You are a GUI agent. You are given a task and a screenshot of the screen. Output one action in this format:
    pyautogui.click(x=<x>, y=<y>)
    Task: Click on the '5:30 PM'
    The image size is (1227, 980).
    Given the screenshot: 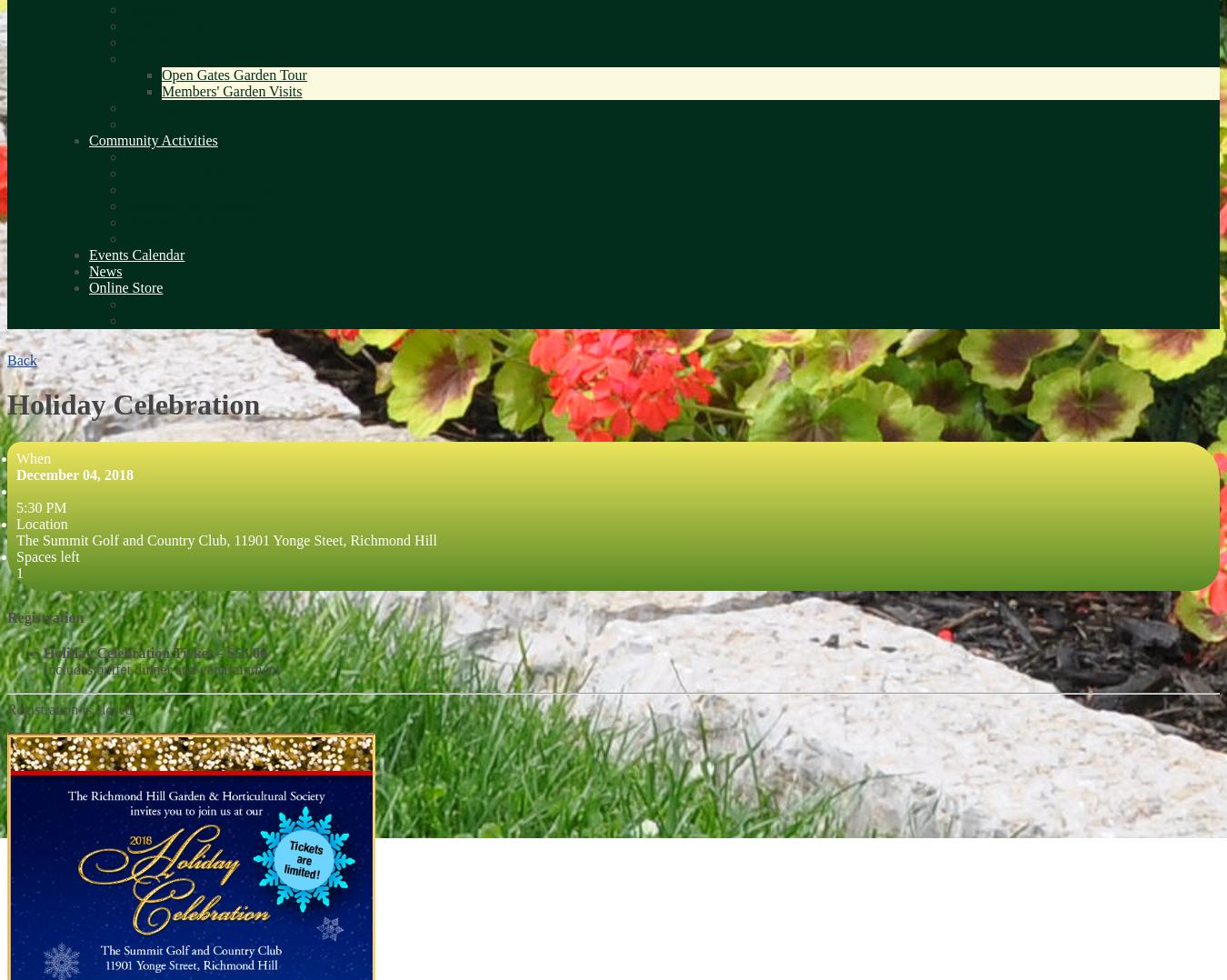 What is the action you would take?
    pyautogui.click(x=40, y=505)
    